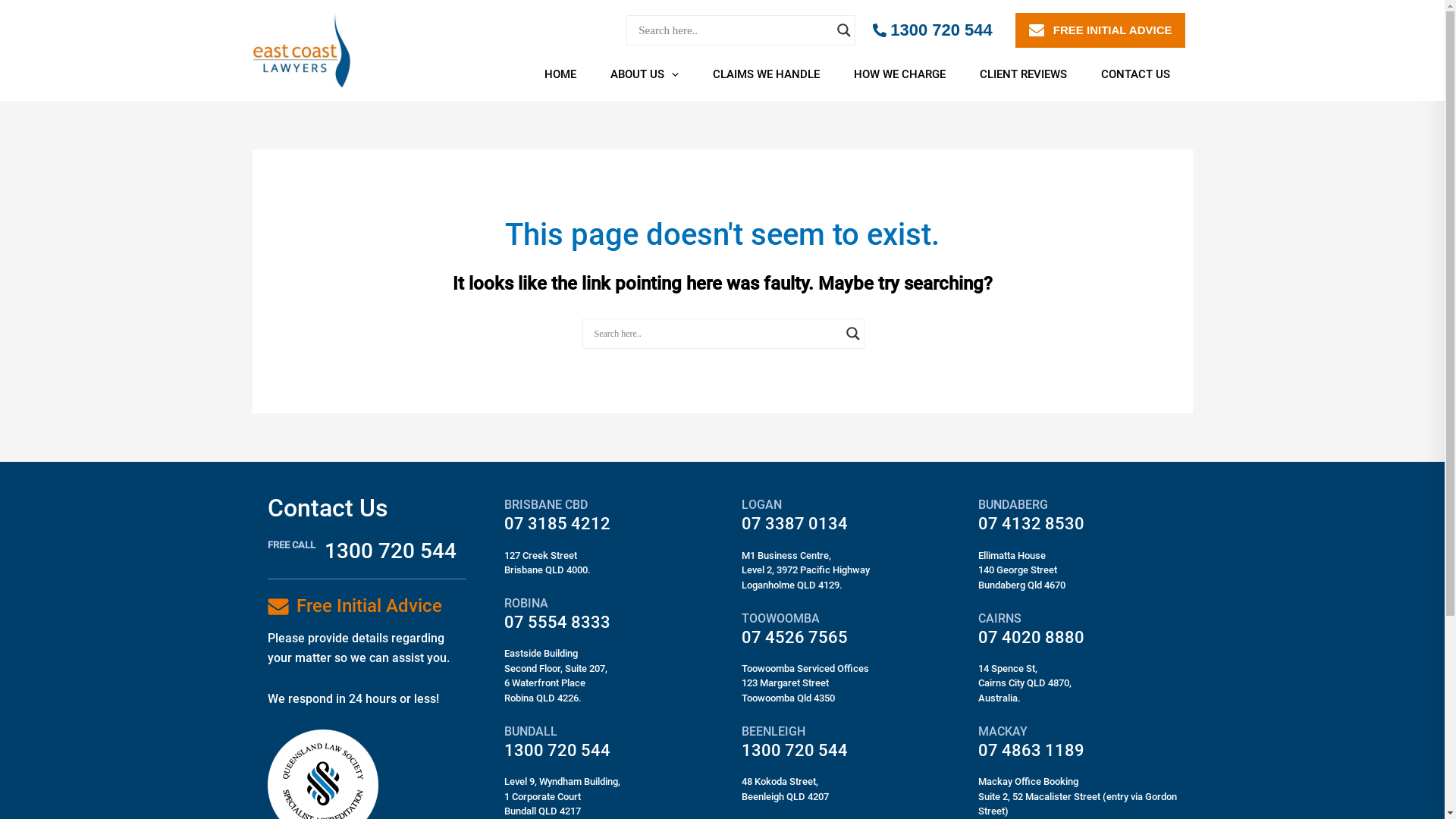 This screenshot has height=819, width=1456. I want to click on 'CONTACT US', so click(1140, 74).